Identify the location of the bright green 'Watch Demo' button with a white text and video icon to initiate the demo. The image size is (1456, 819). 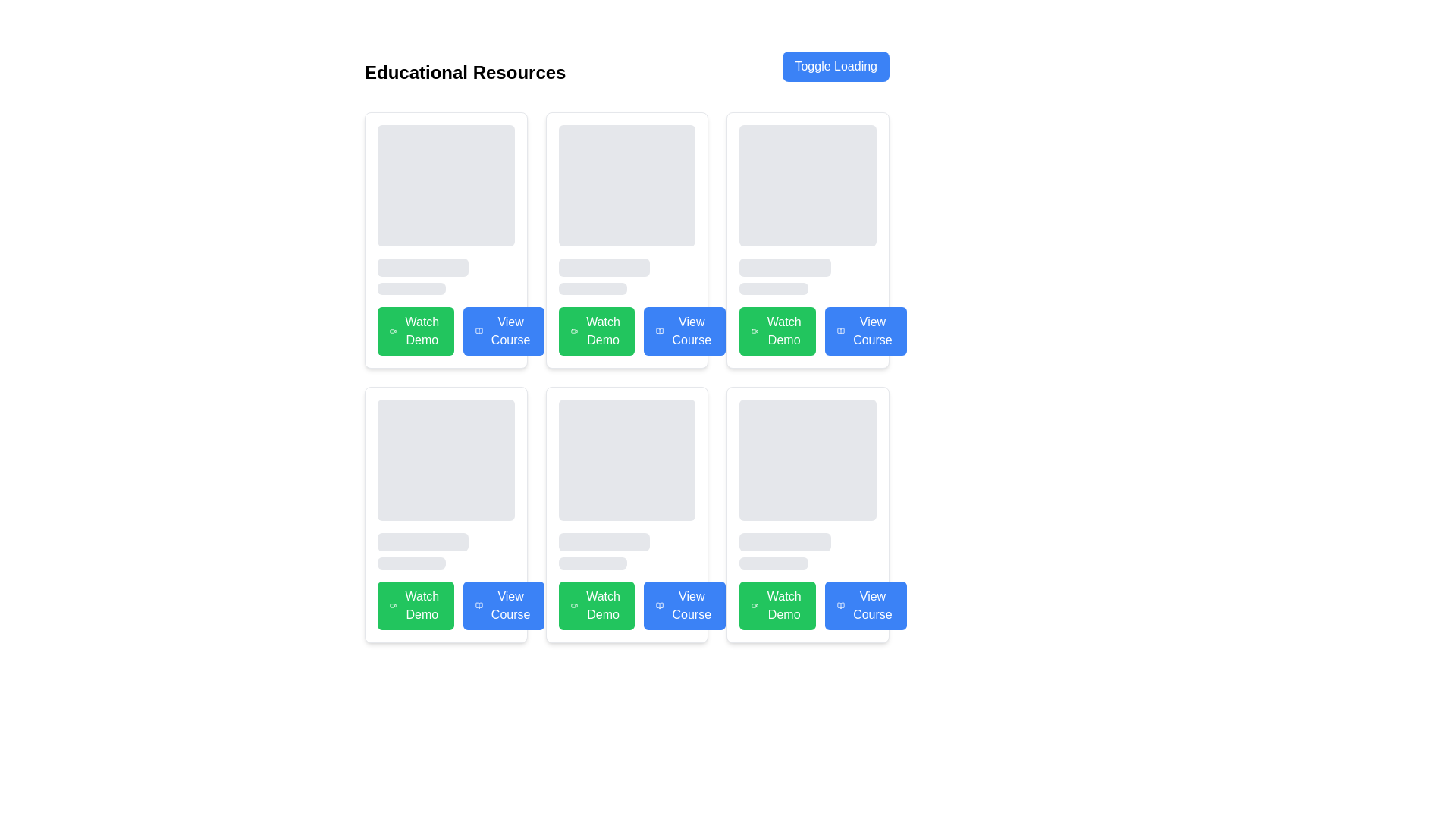
(596, 604).